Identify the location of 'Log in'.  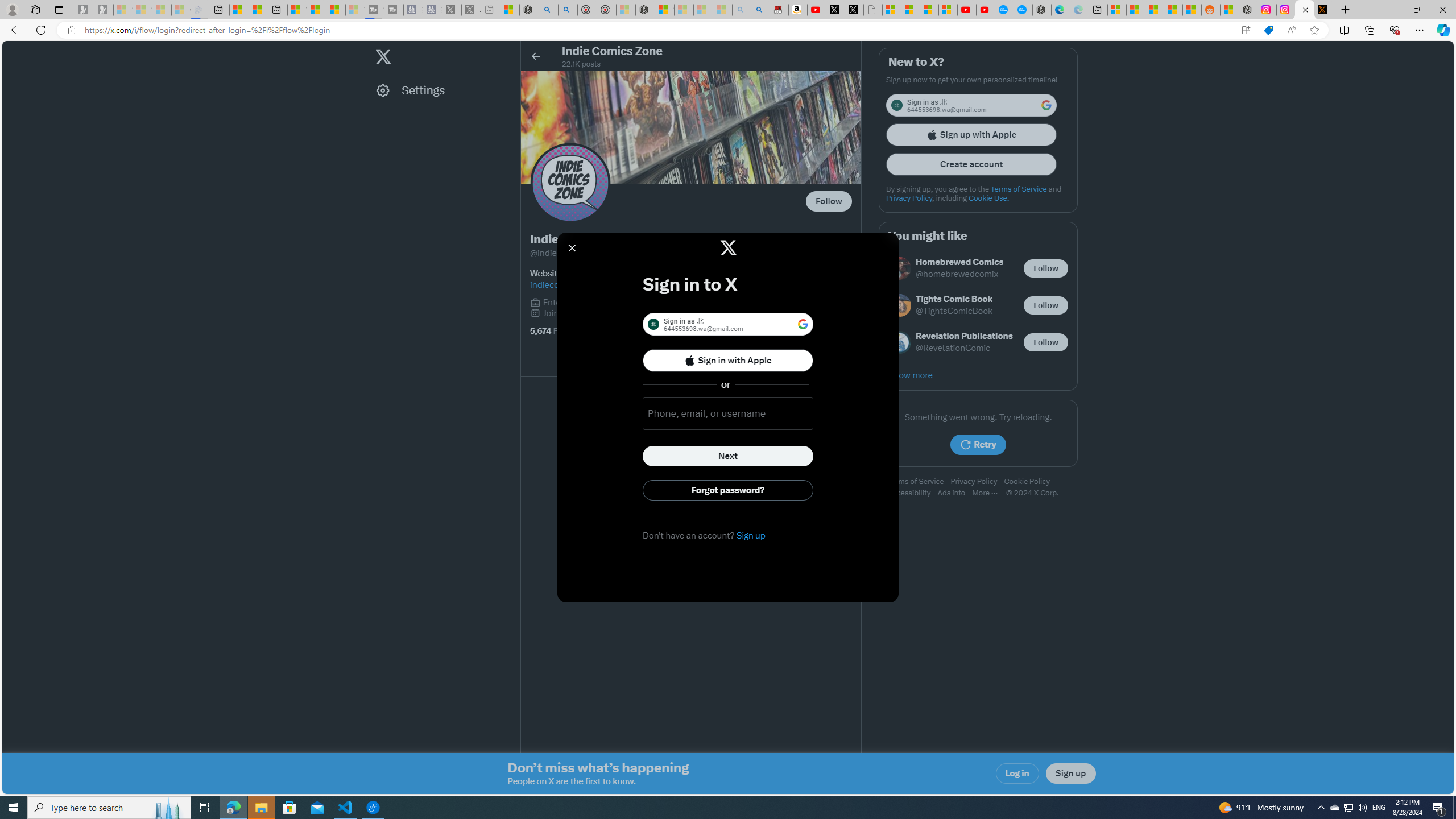
(1017, 773).